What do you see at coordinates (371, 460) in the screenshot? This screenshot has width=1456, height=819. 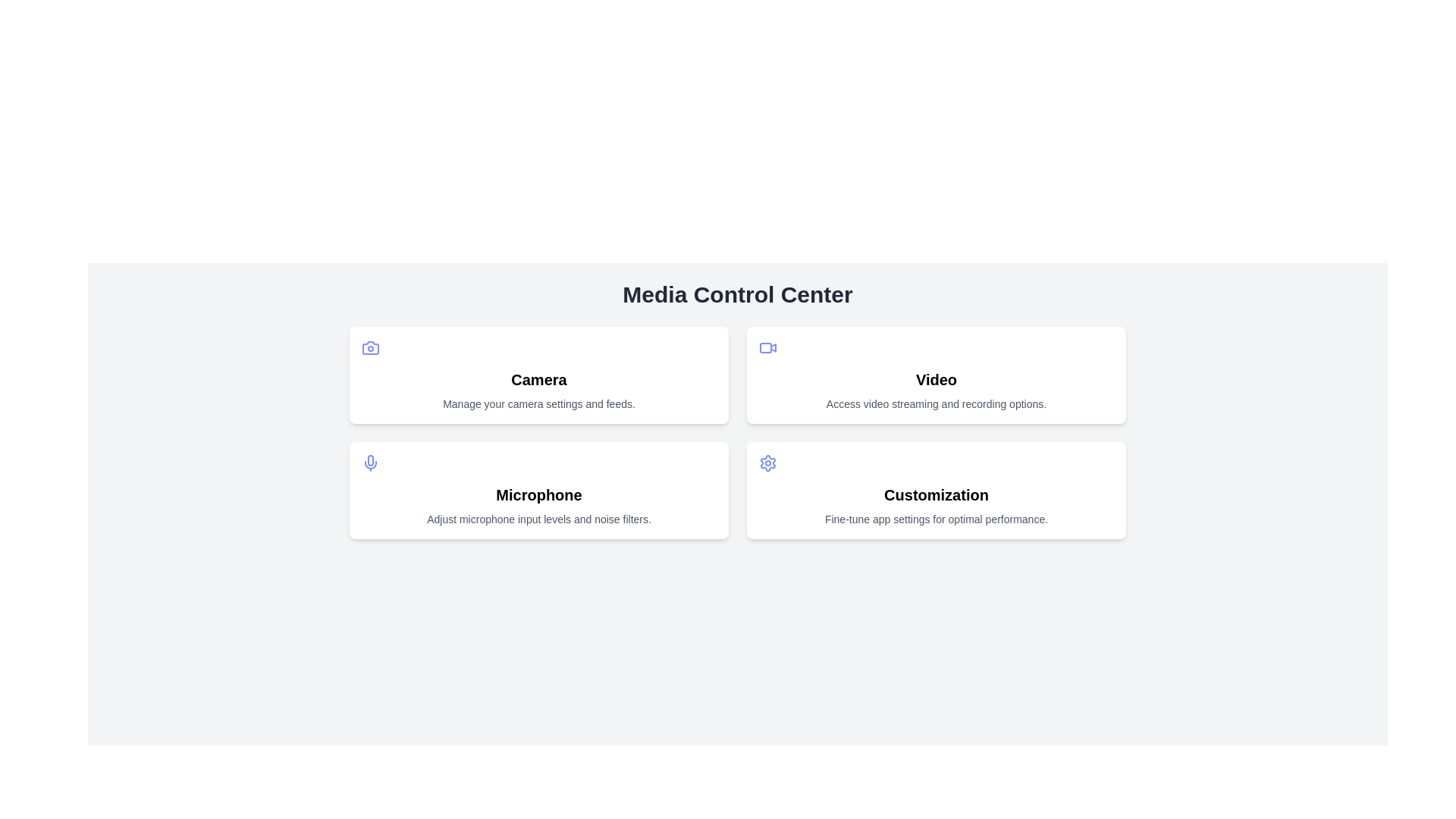 I see `the microphone icon, which is a graphical representation with a circular top and a straight body, located near the top left of the 'Microphone' tile in the 'Media Control Center'` at bounding box center [371, 460].